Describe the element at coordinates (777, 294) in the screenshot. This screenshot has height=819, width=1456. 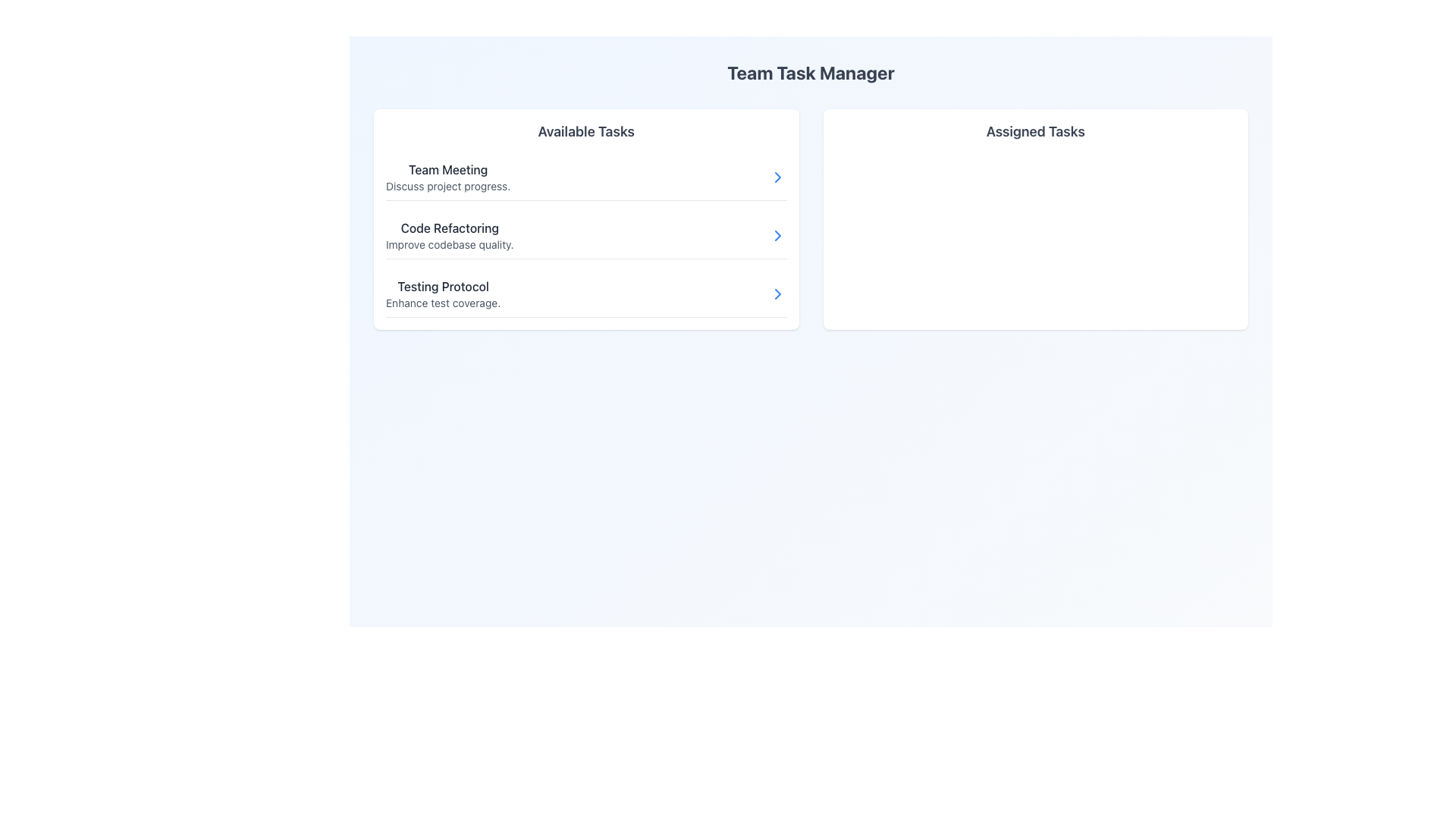
I see `the chevron icon in the third item of the 'Available Tasks' section` at that location.